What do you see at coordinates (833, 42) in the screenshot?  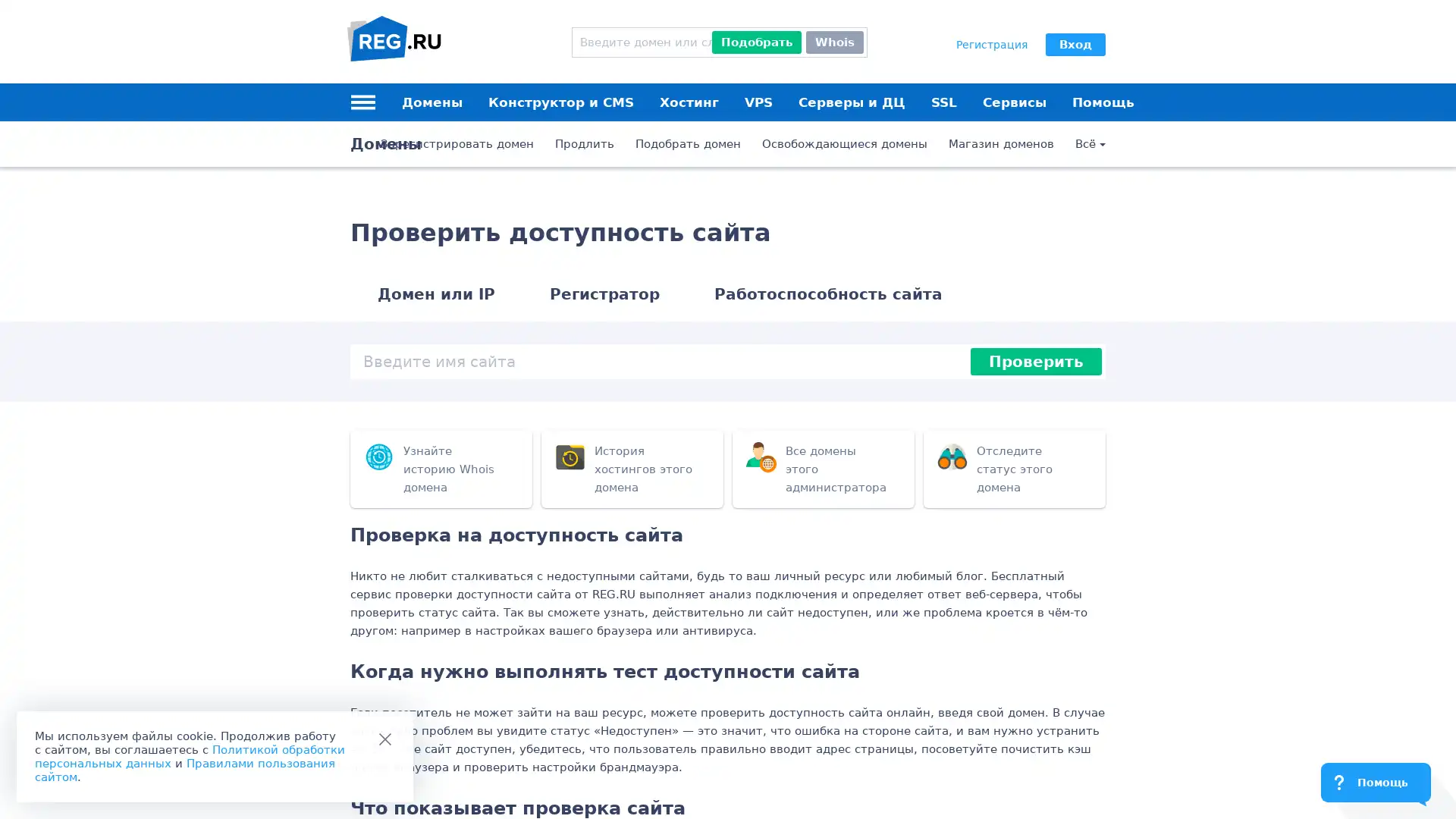 I see `Whois` at bounding box center [833, 42].